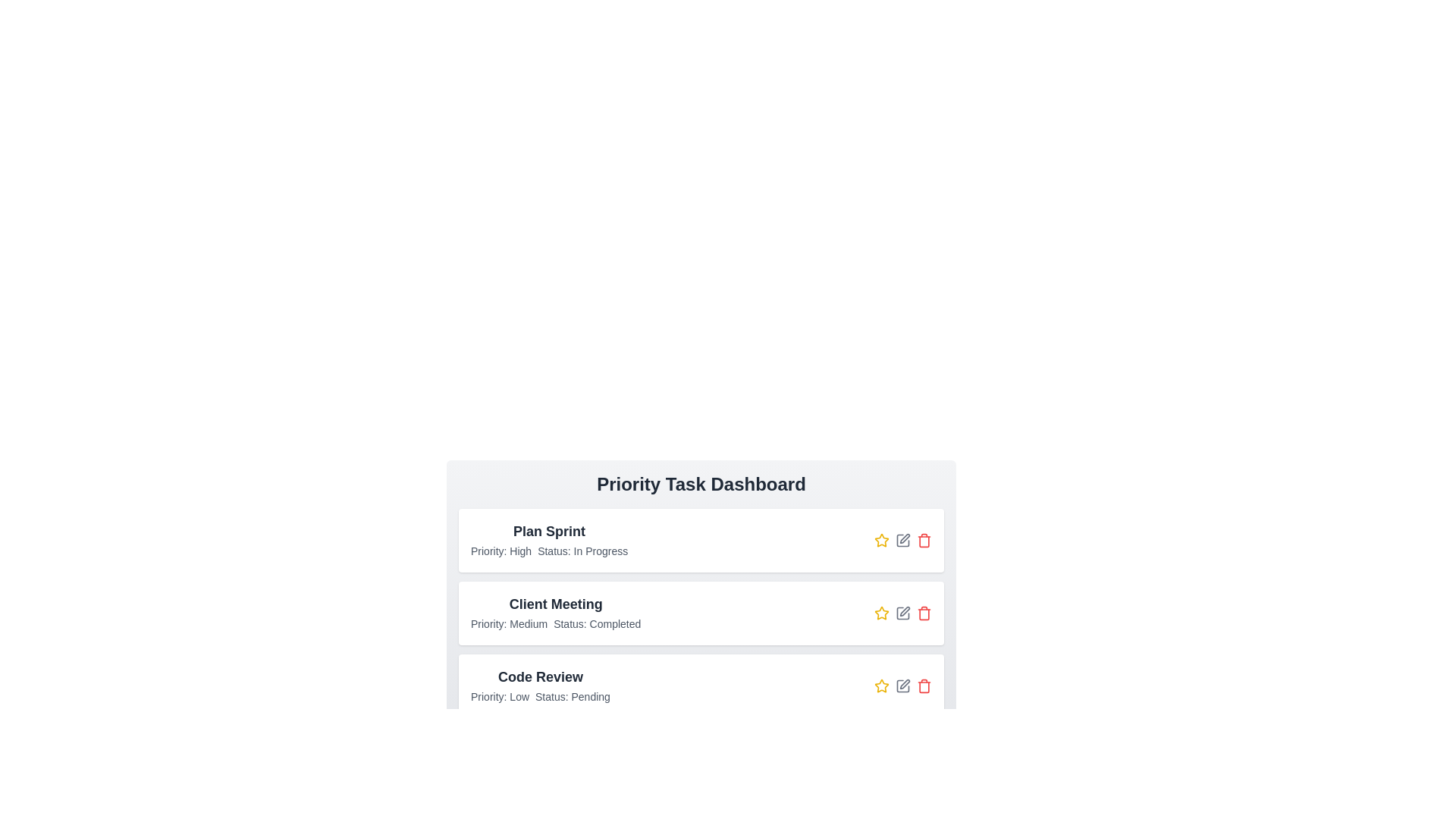 The width and height of the screenshot is (1456, 819). I want to click on the delete button for the task titled Code Review, so click(924, 686).